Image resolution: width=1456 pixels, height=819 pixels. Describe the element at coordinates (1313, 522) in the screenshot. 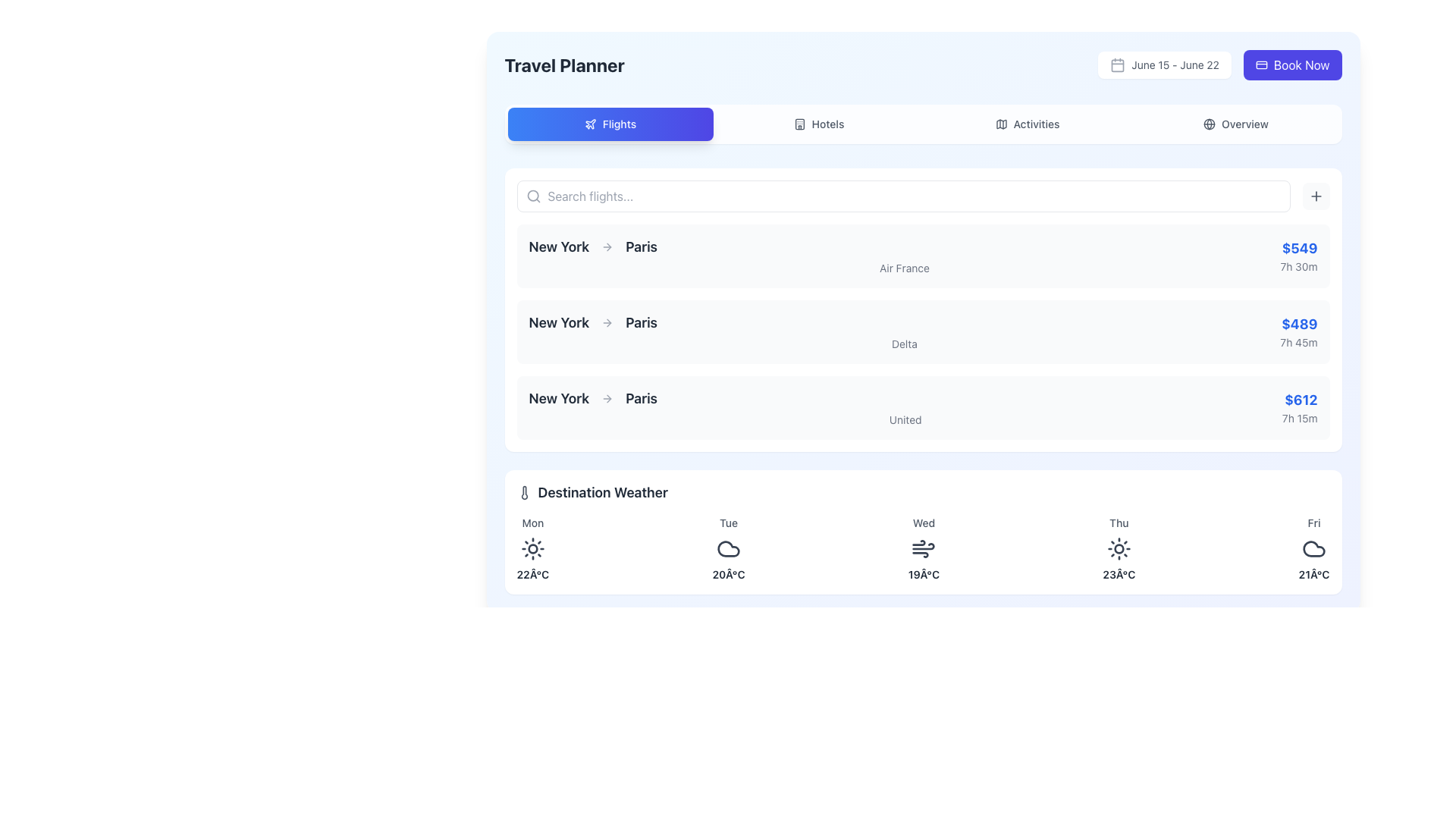

I see `text label representing the abbreviated weekday name 'Friday' in the weather forecast to understand the conveyed day` at that location.